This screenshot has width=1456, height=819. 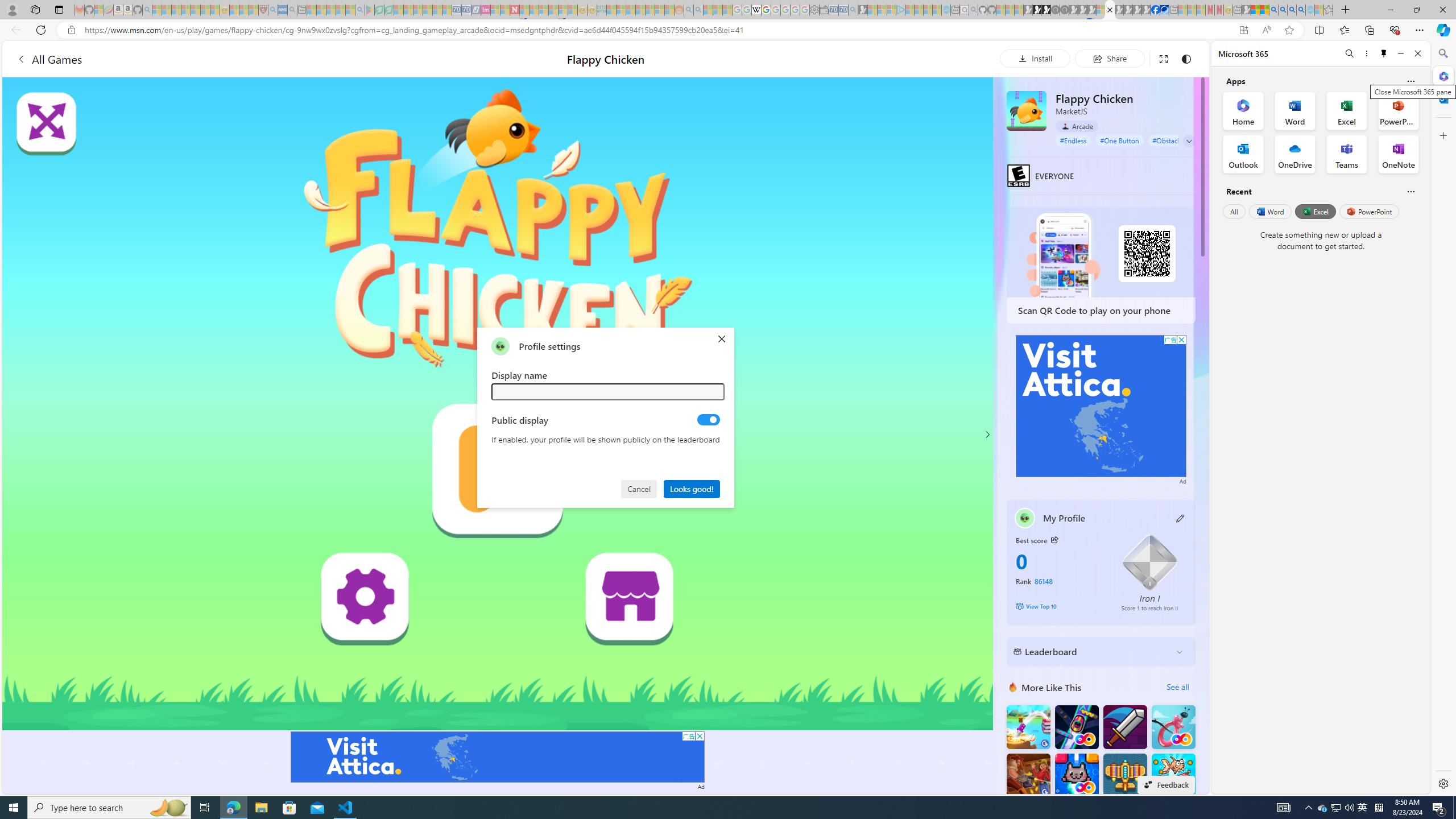 What do you see at coordinates (1060, 605) in the screenshot?
I see `'View Top 10'` at bounding box center [1060, 605].